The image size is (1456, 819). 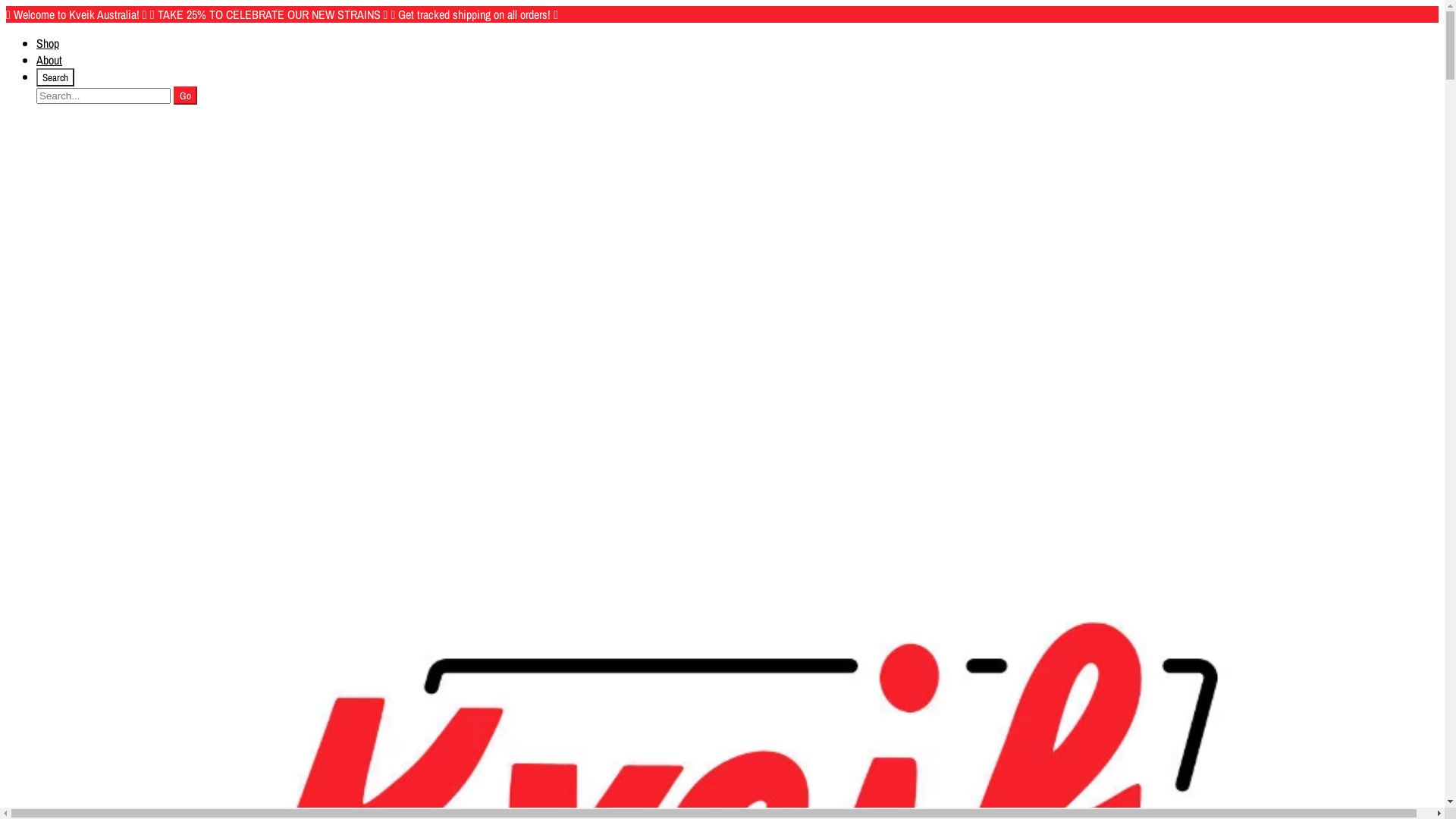 I want to click on 'About', so click(x=49, y=58).